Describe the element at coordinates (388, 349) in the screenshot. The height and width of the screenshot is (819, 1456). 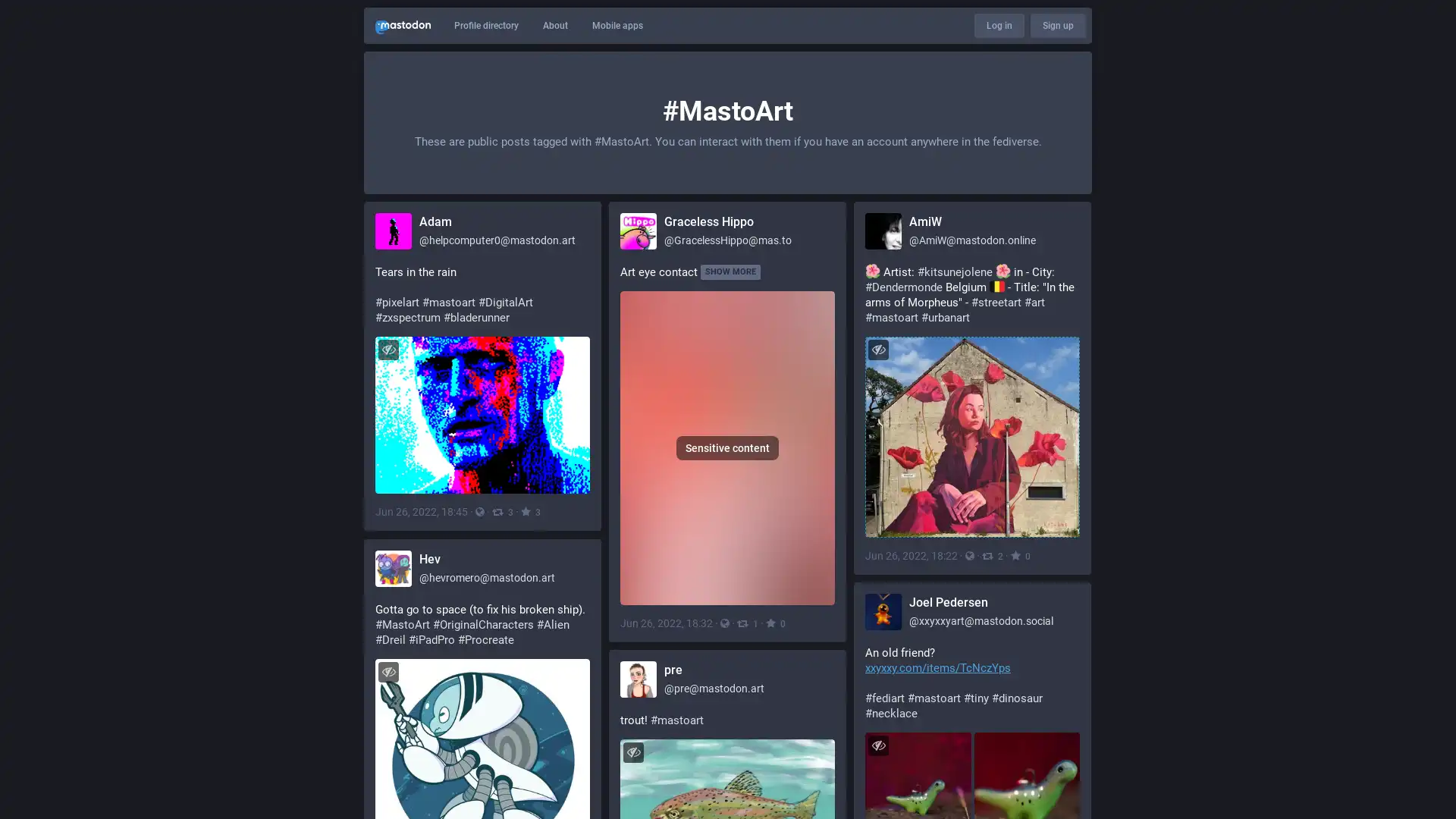
I see `Hide image` at that location.